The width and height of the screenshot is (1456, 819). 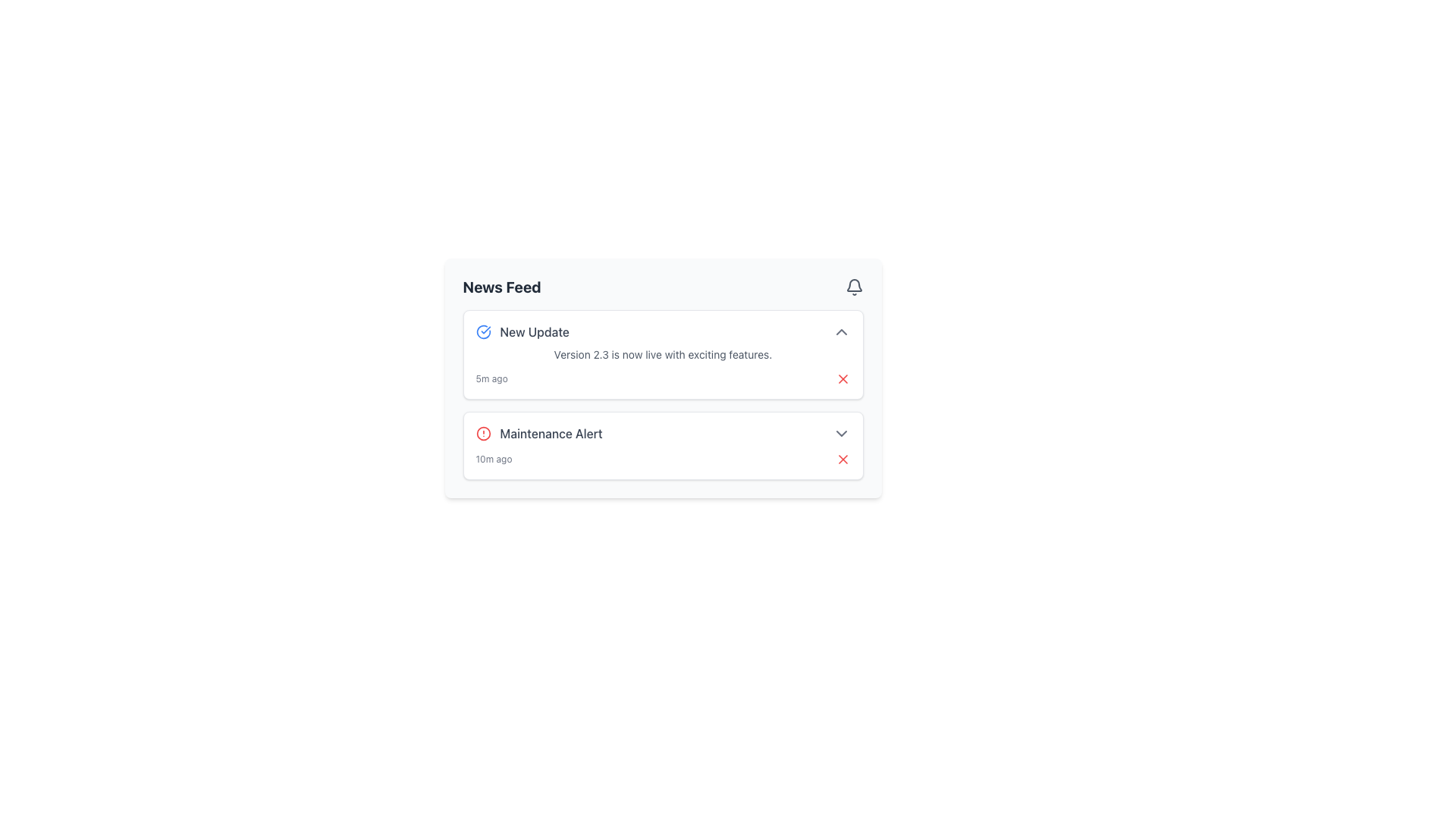 What do you see at coordinates (663, 354) in the screenshot?
I see `the text label displaying 'Version 2.3 is now live with exciting features.' located below the title 'New Update' in the announcement card` at bounding box center [663, 354].